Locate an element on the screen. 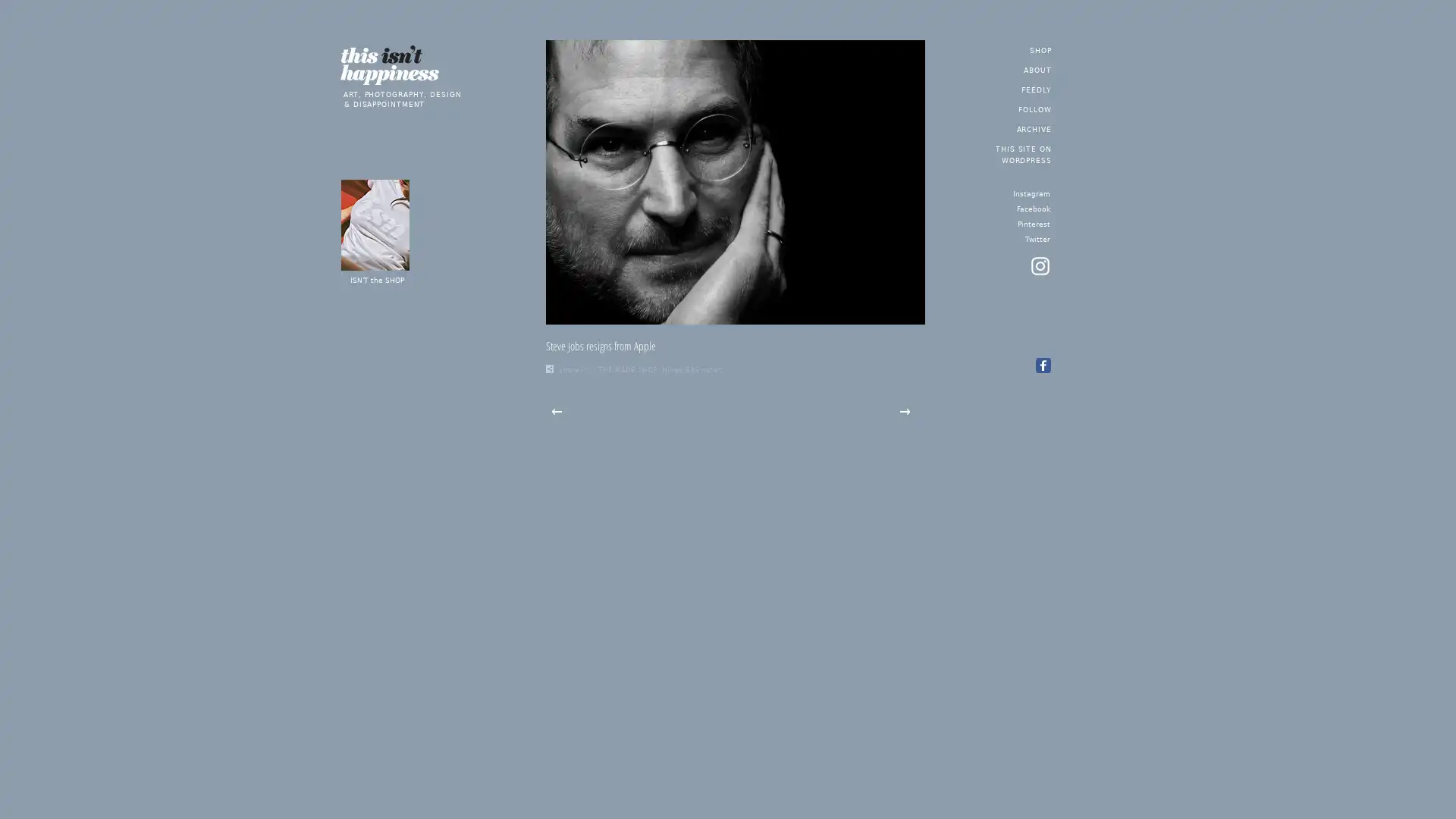 The image size is (1456, 819). Share to Facebook is located at coordinates (1041, 366).